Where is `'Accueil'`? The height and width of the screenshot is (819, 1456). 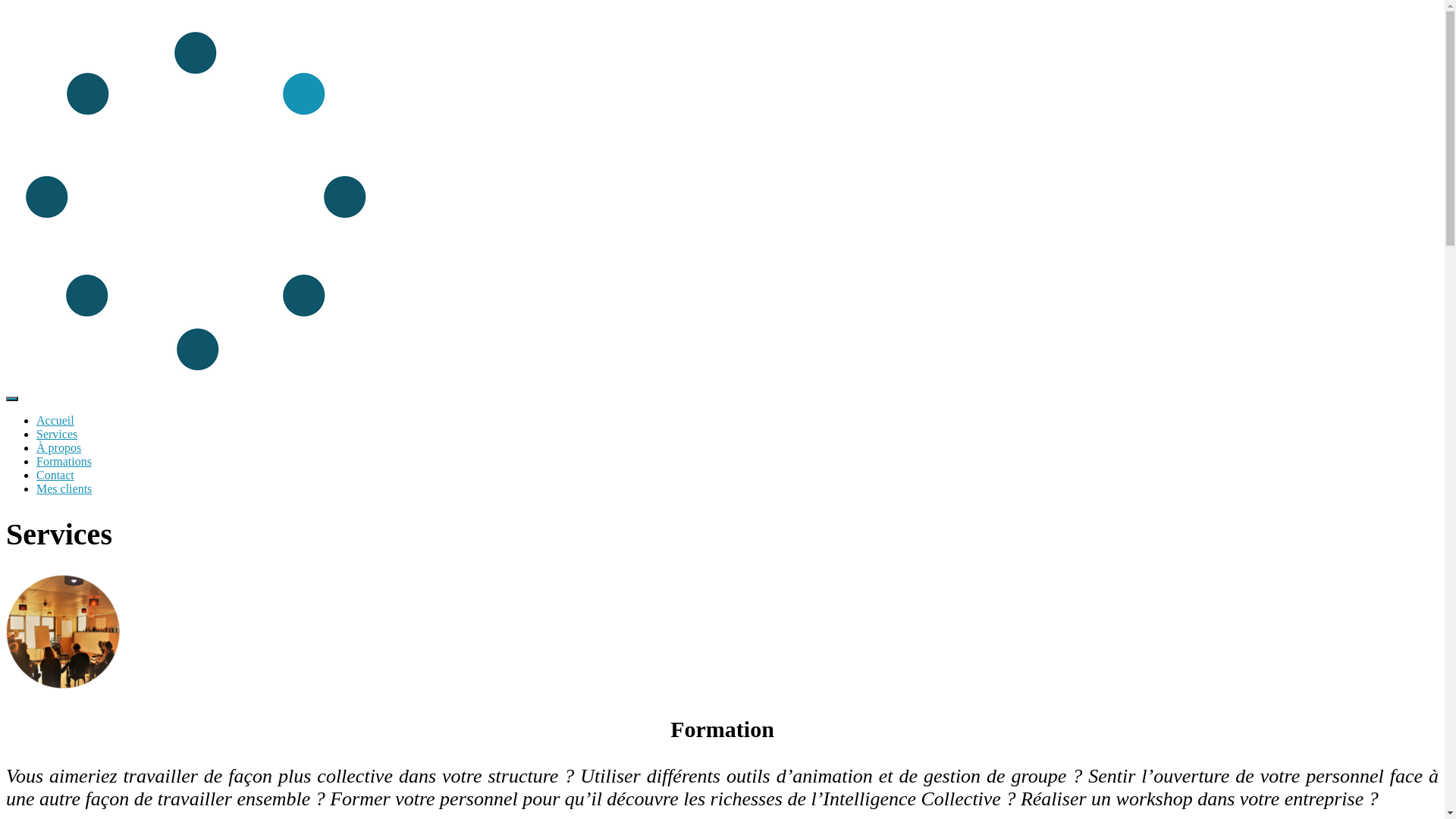 'Accueil' is located at coordinates (36, 420).